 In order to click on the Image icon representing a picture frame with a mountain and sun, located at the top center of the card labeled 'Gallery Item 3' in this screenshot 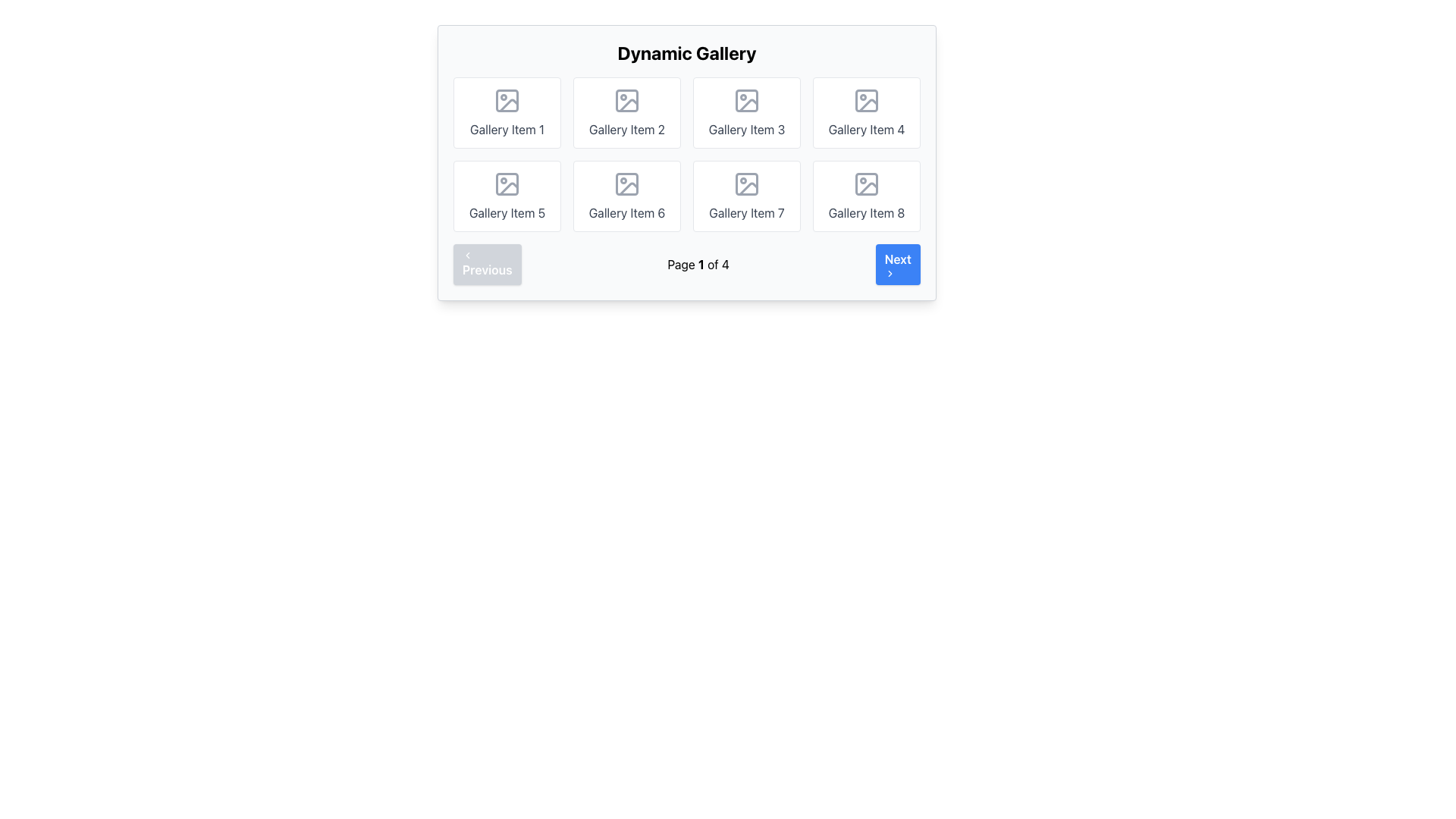, I will do `click(746, 100)`.